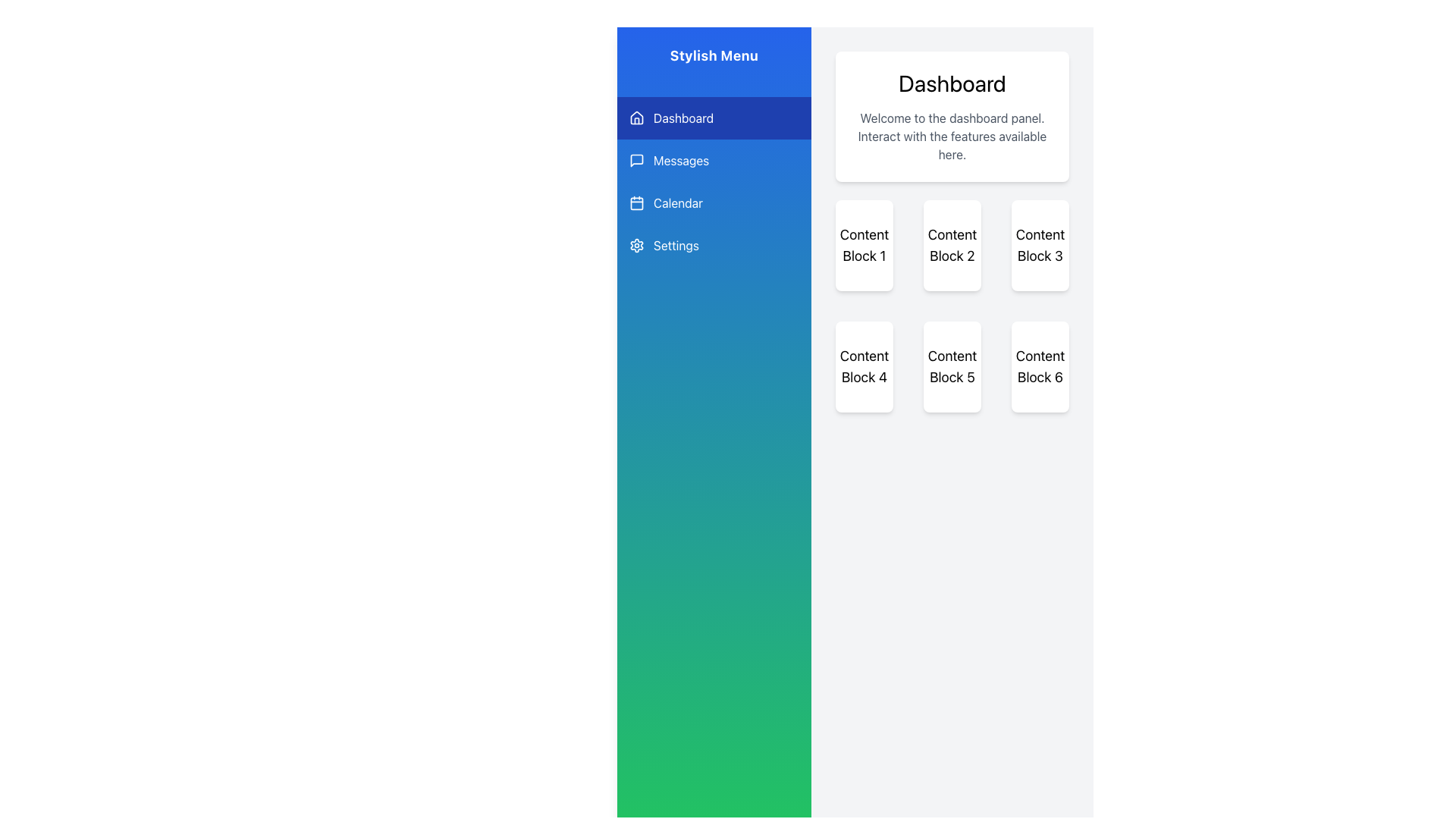  What do you see at coordinates (952, 116) in the screenshot?
I see `the Informational card that welcomes users to the dashboard, located at the upper section of the right panel, above the grid of smaller content blocks` at bounding box center [952, 116].